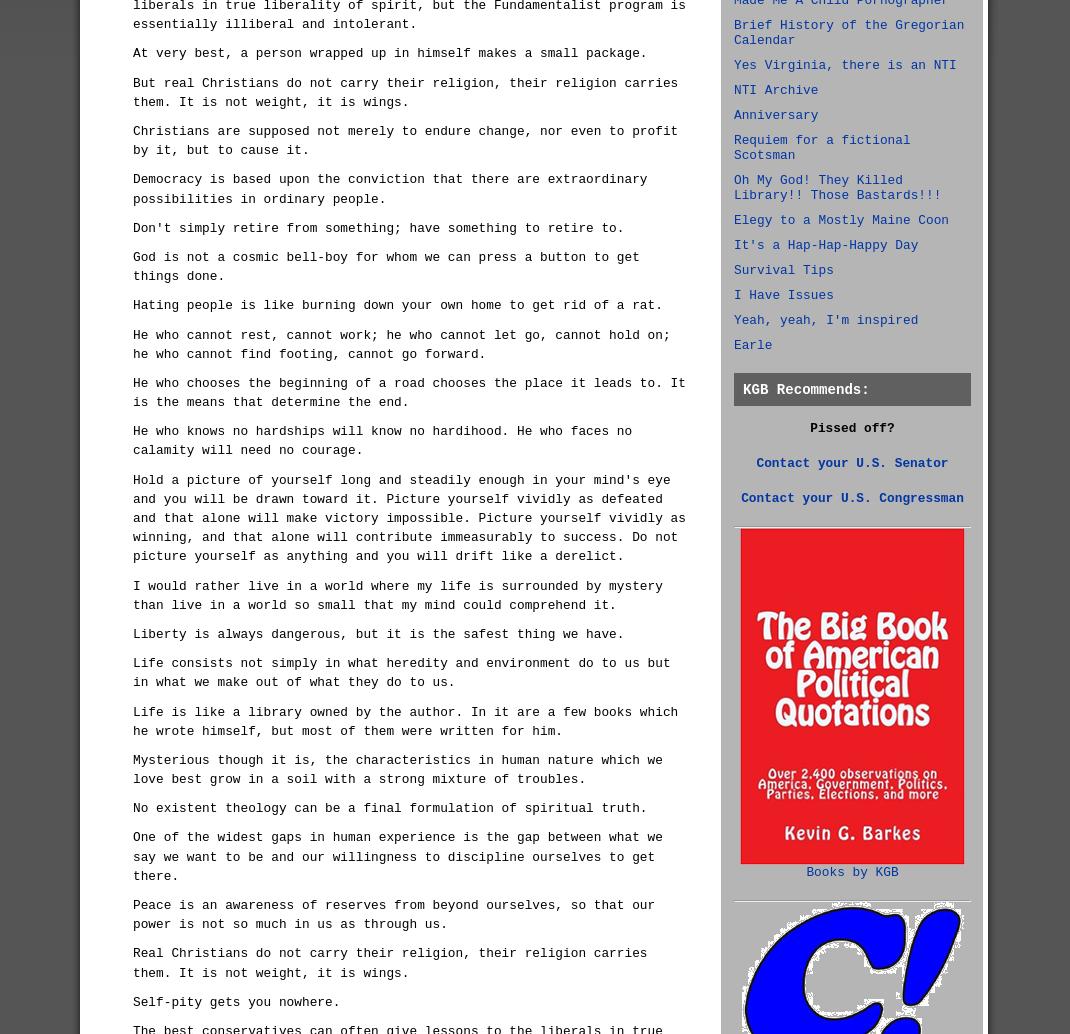 Image resolution: width=1070 pixels, height=1034 pixels. What do you see at coordinates (849, 32) in the screenshot?
I see `'Brief History of the Gregorian Calendar'` at bounding box center [849, 32].